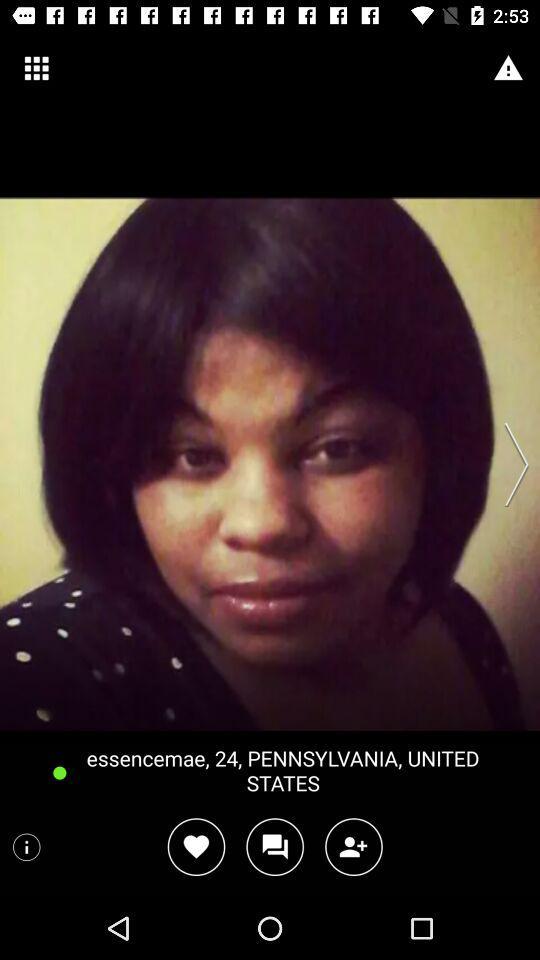 This screenshot has width=540, height=960. Describe the element at coordinates (36, 68) in the screenshot. I see `icon at the top left corner` at that location.